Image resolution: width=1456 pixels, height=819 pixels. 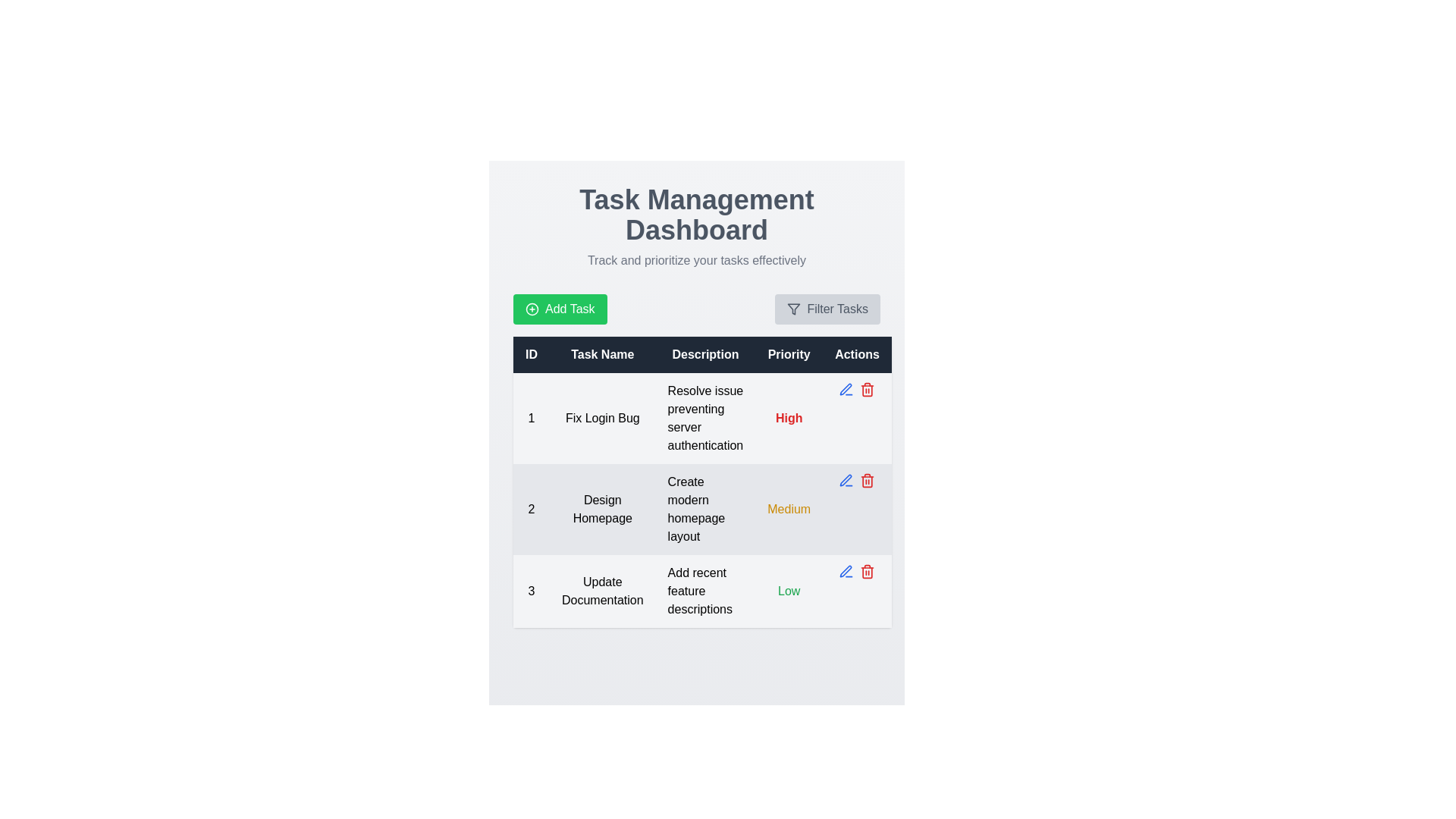 I want to click on the 'Medium' priority text label located in the 'Priority' column of the table for the 'Design Homepage' task, so click(x=789, y=509).